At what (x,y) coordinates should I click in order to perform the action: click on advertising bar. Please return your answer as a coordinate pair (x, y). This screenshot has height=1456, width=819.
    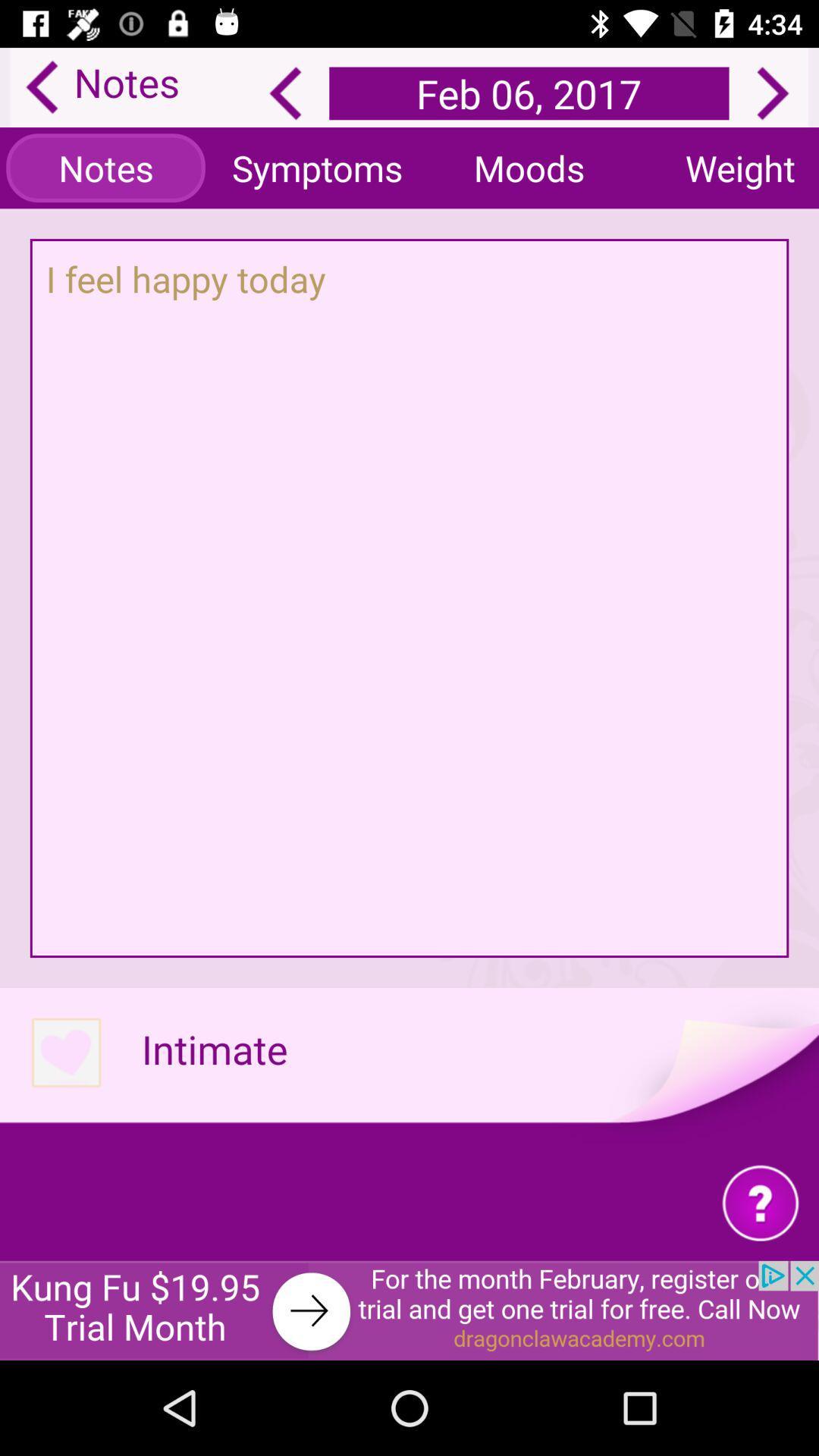
    Looking at the image, I should click on (409, 1310).